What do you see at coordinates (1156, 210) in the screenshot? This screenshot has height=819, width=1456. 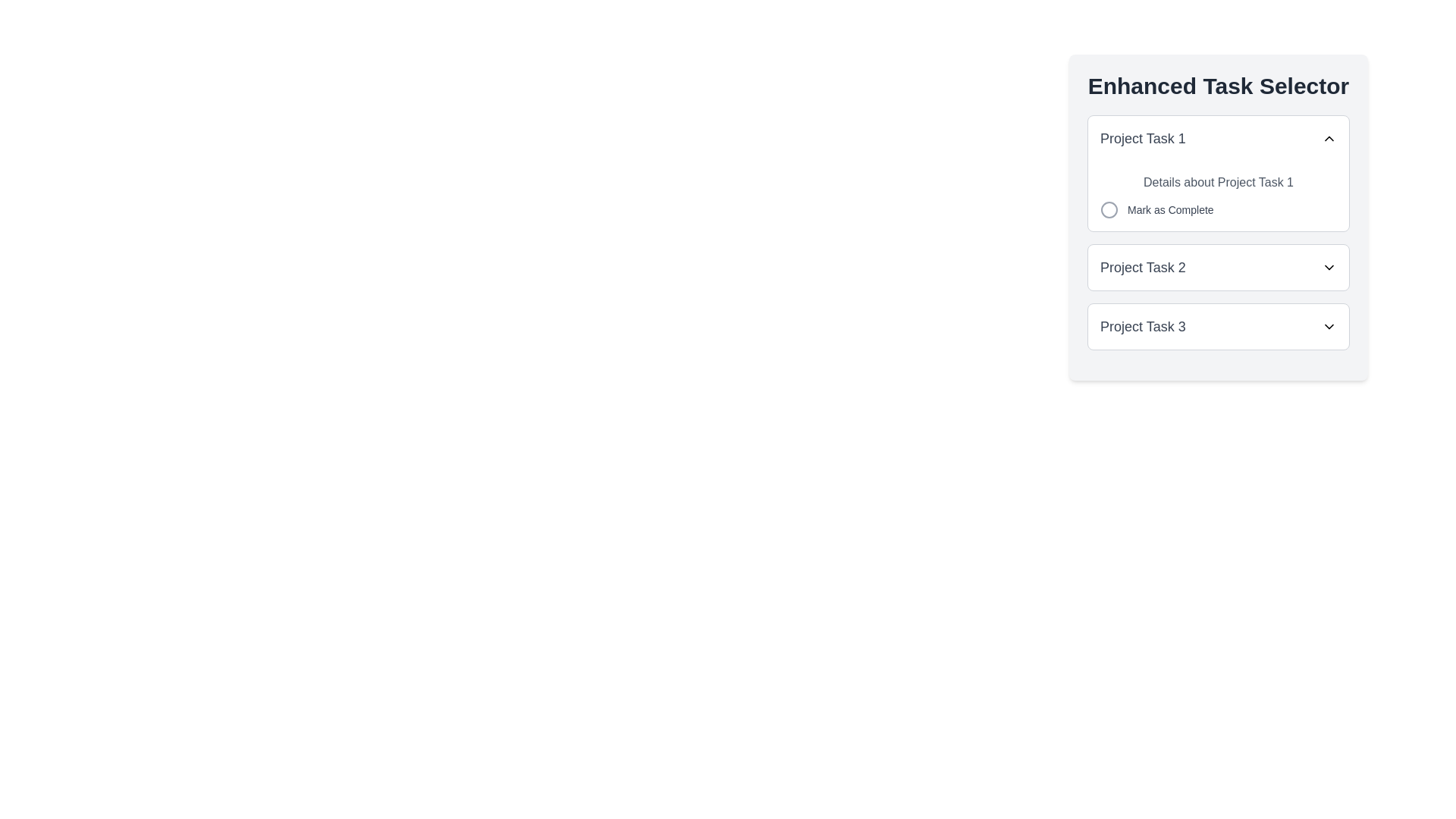 I see `the 'Mark as Complete' button, which consists of a circular icon and the text styled in light gray, located in the 'Details about Project Task 1' panel` at bounding box center [1156, 210].